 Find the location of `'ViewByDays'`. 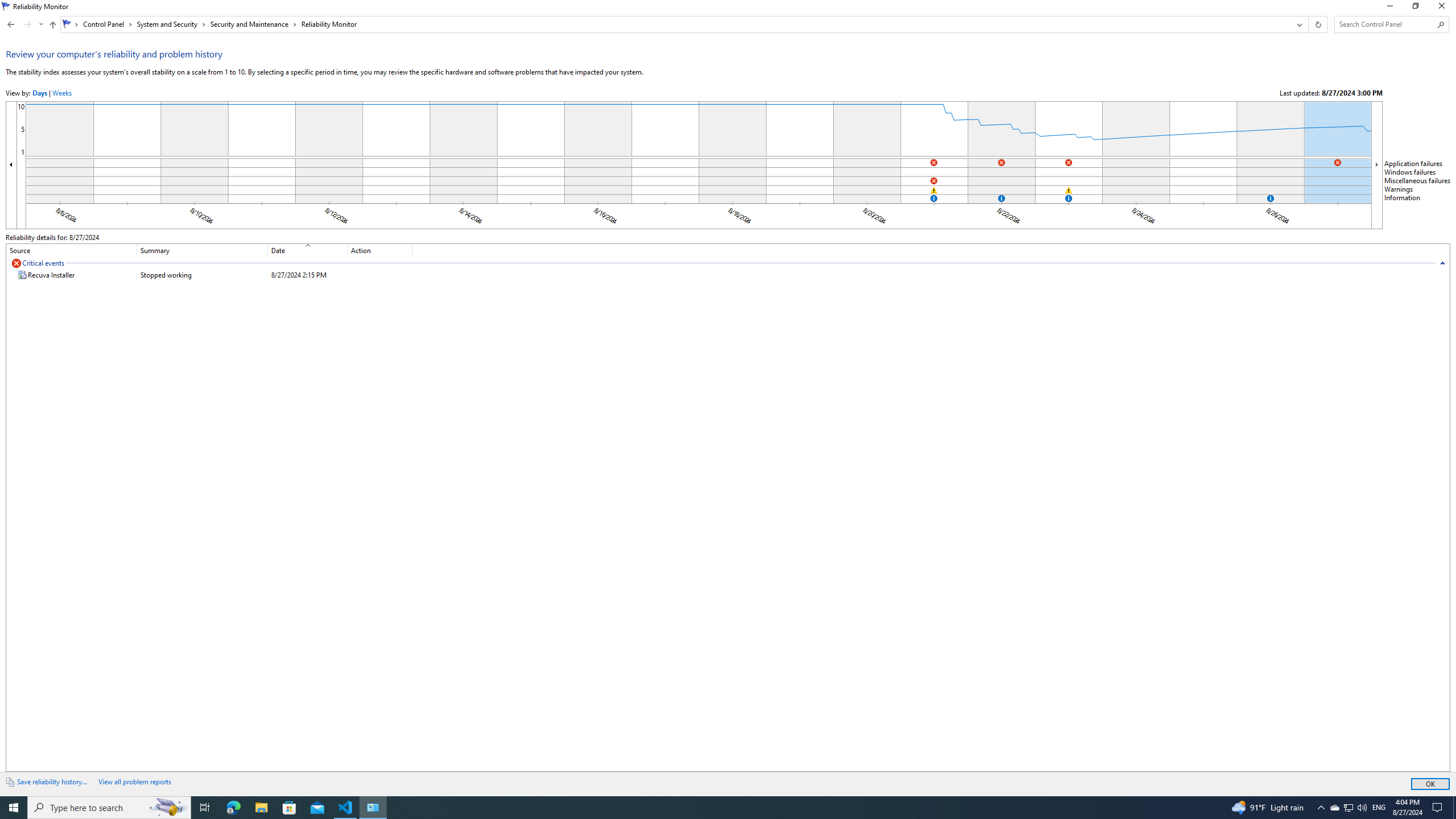

'ViewByDays' is located at coordinates (39, 92).